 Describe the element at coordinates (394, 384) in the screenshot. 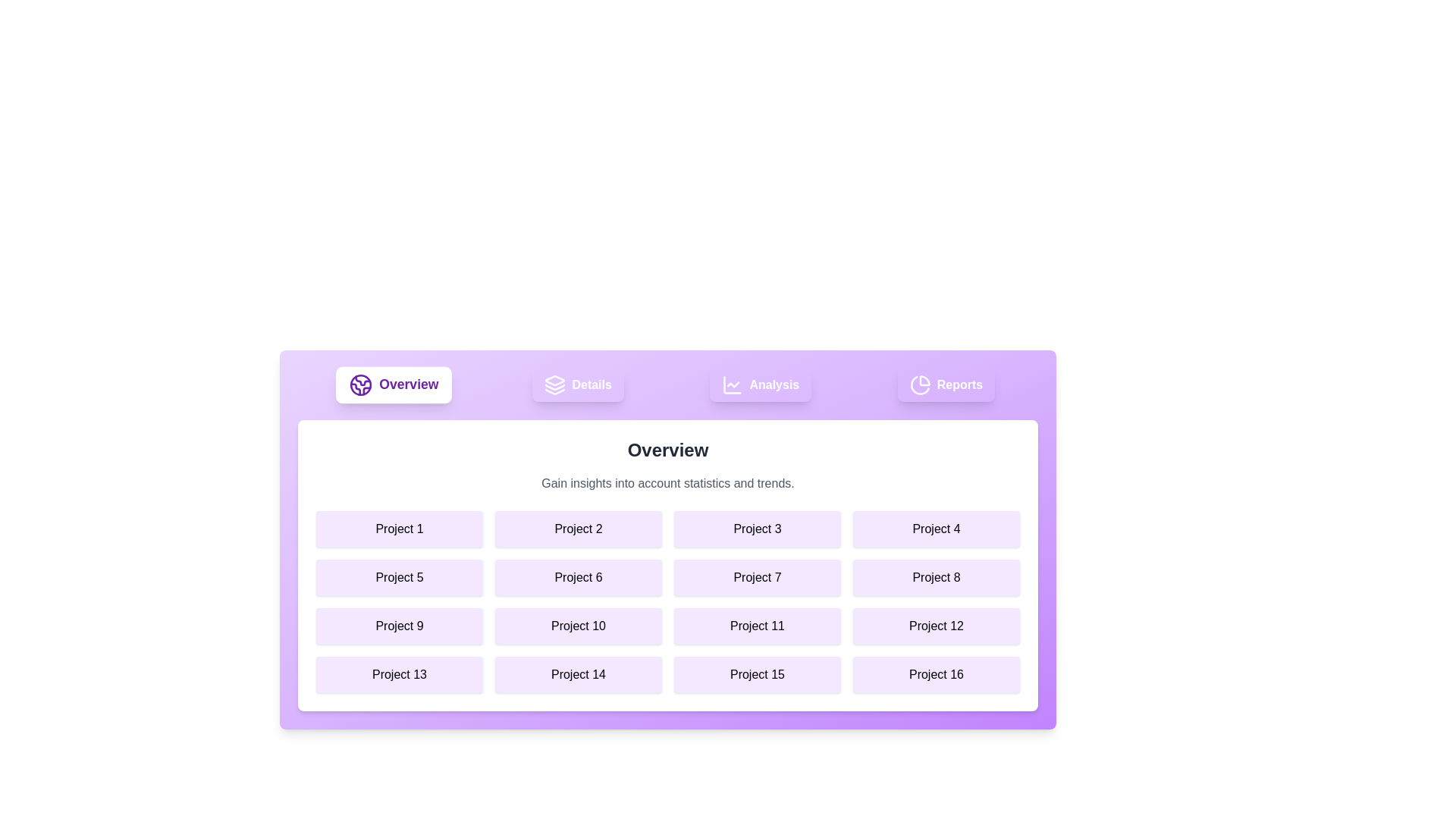

I see `the Overview tab by clicking on its button` at that location.